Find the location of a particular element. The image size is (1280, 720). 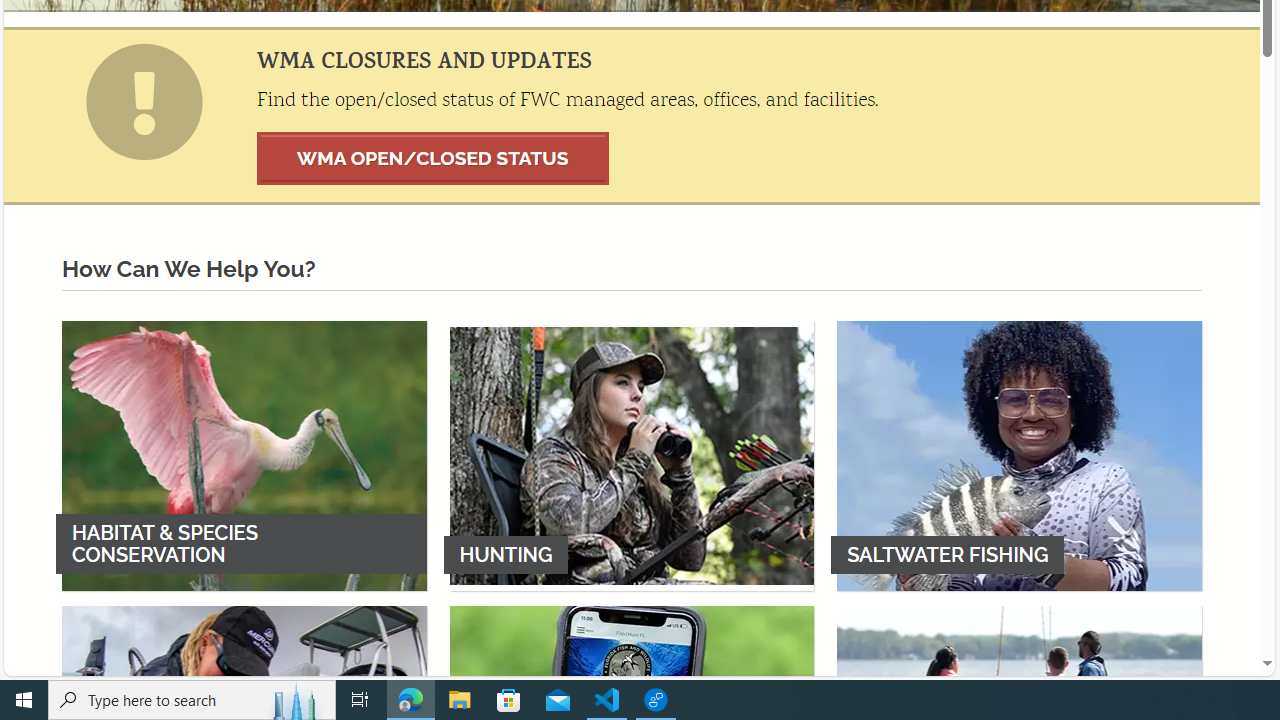

'SALTWATER FISHING' is located at coordinates (1019, 455).